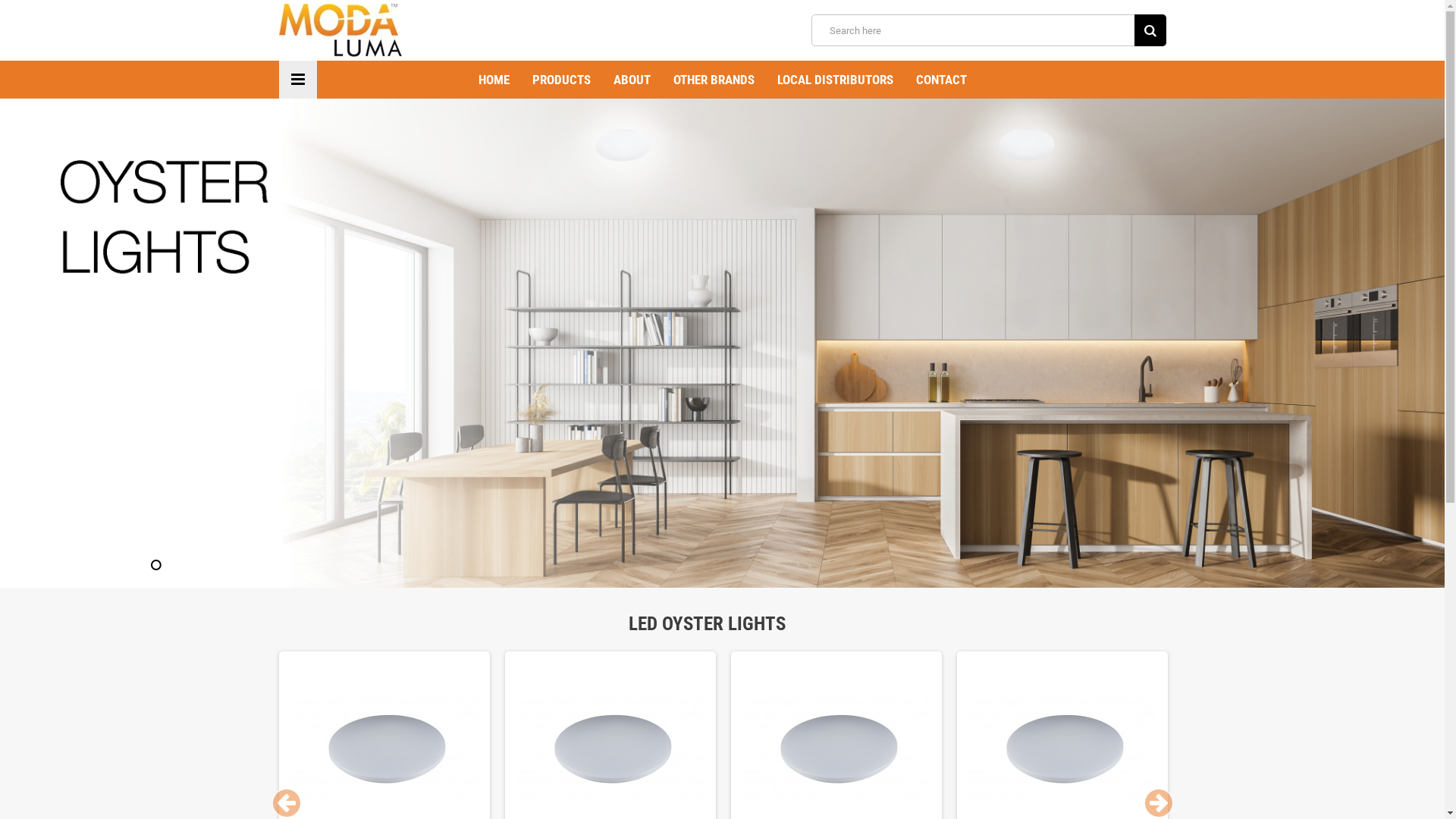 This screenshot has width=1456, height=819. Describe the element at coordinates (520, 79) in the screenshot. I see `'PRODUCTS'` at that location.